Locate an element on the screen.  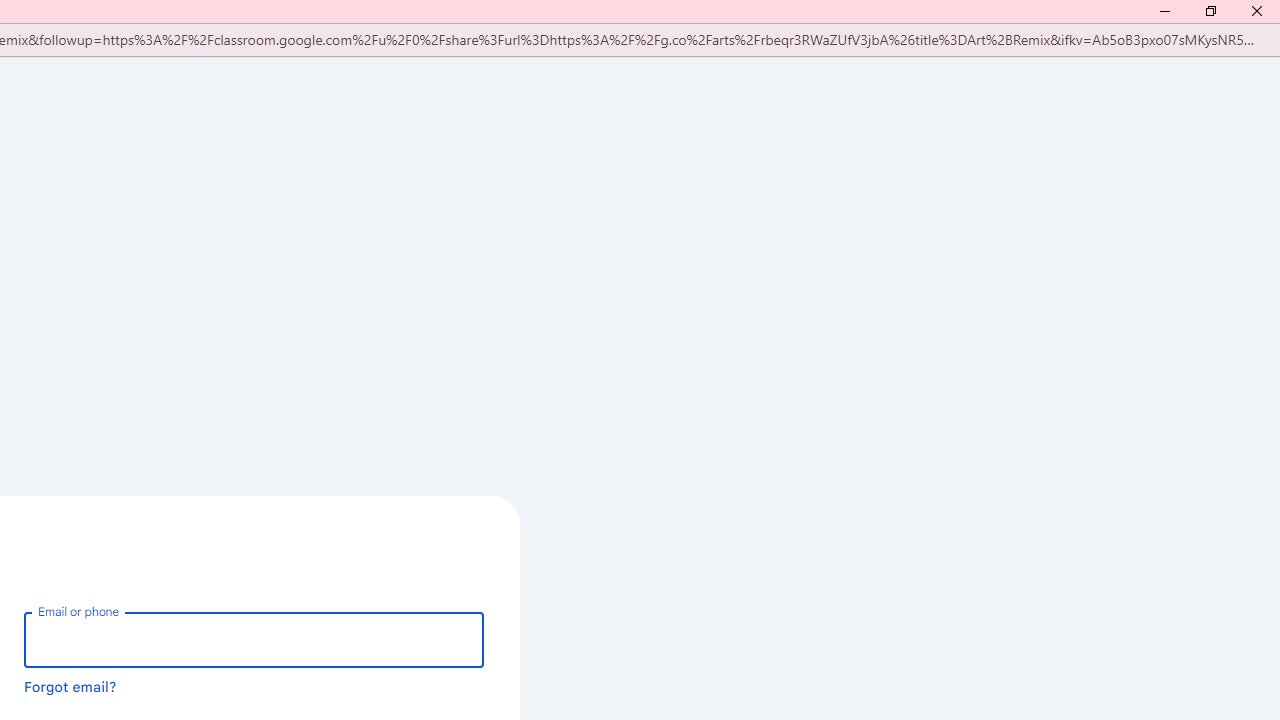
'Email or phone' is located at coordinates (253, 640).